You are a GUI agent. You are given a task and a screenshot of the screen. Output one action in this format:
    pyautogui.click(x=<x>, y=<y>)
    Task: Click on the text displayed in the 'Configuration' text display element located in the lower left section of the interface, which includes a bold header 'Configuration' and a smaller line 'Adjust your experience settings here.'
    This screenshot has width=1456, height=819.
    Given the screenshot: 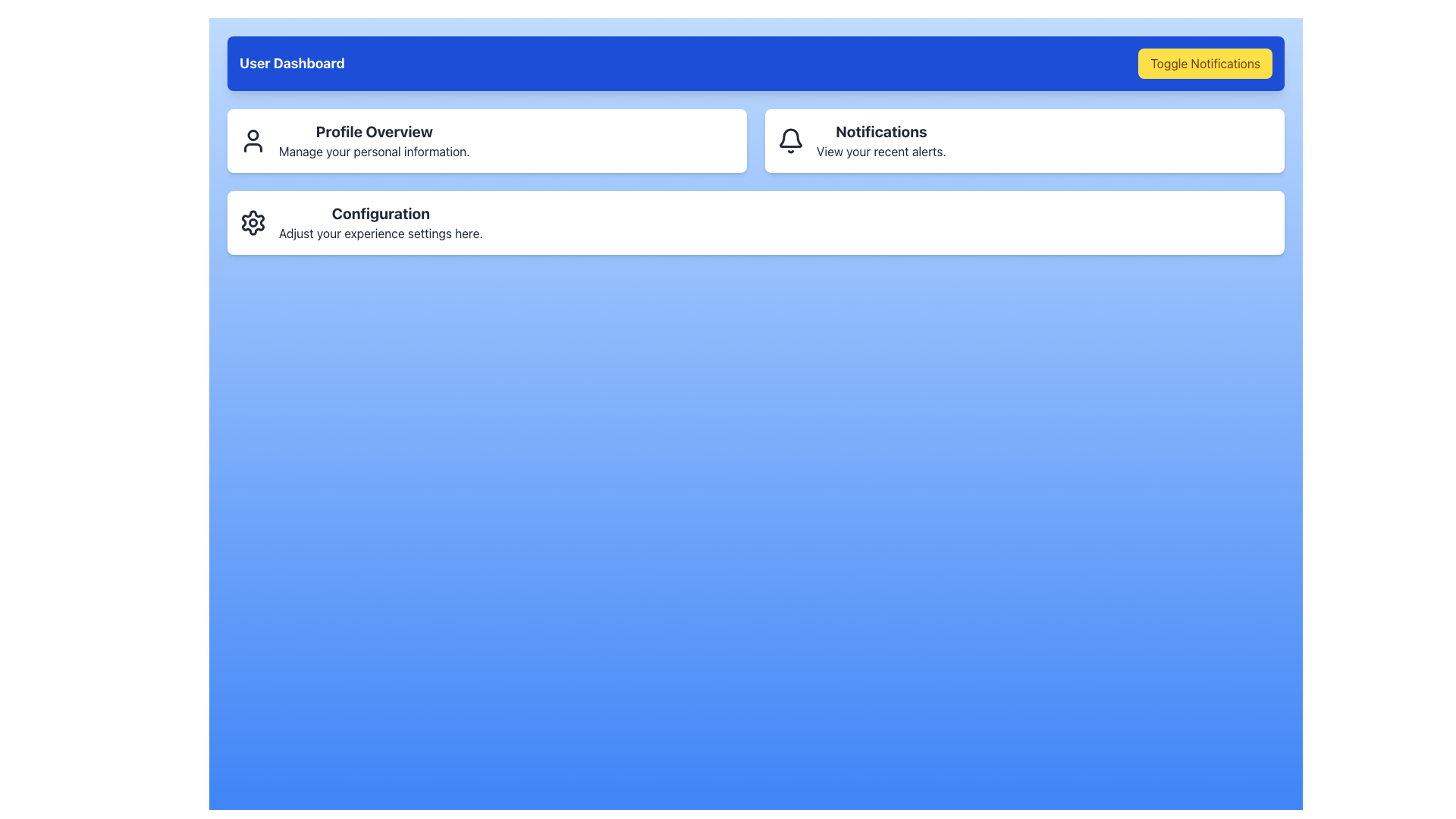 What is the action you would take?
    pyautogui.click(x=381, y=222)
    